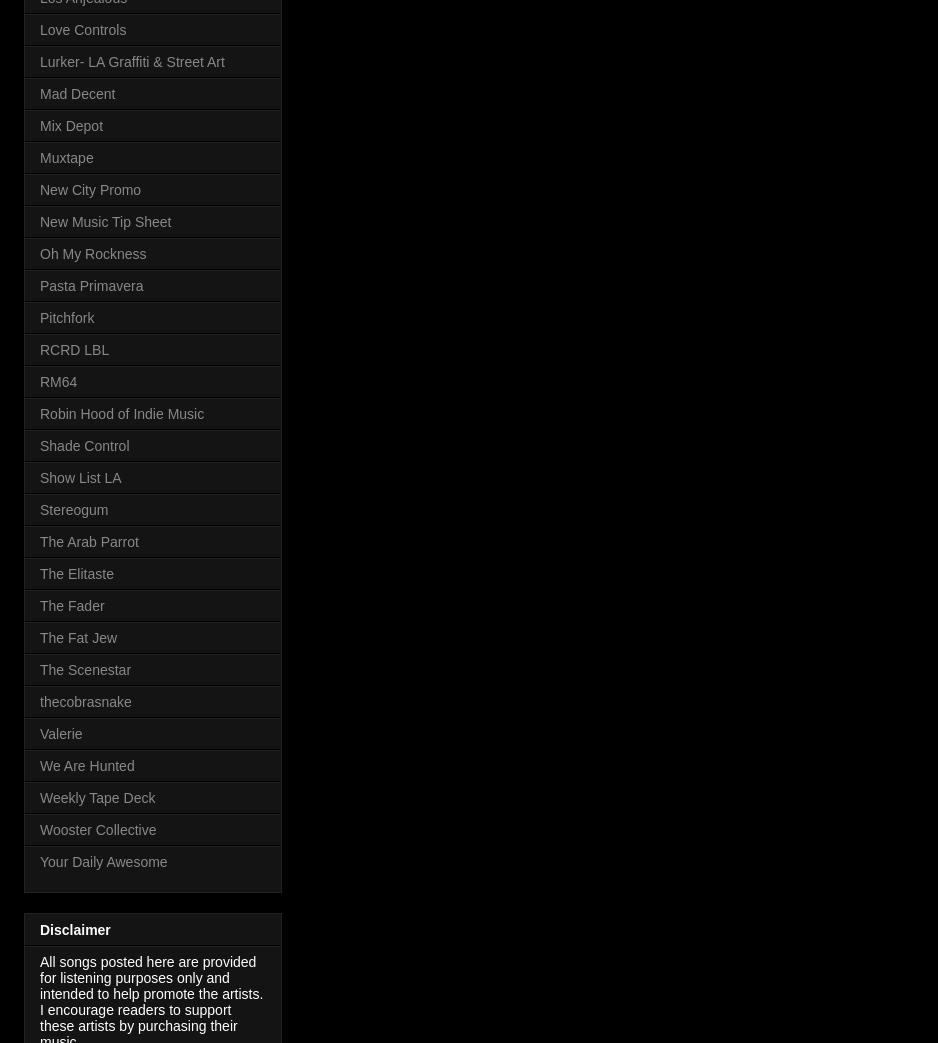 The height and width of the screenshot is (1043, 938). What do you see at coordinates (87, 764) in the screenshot?
I see `'We Are Hunted'` at bounding box center [87, 764].